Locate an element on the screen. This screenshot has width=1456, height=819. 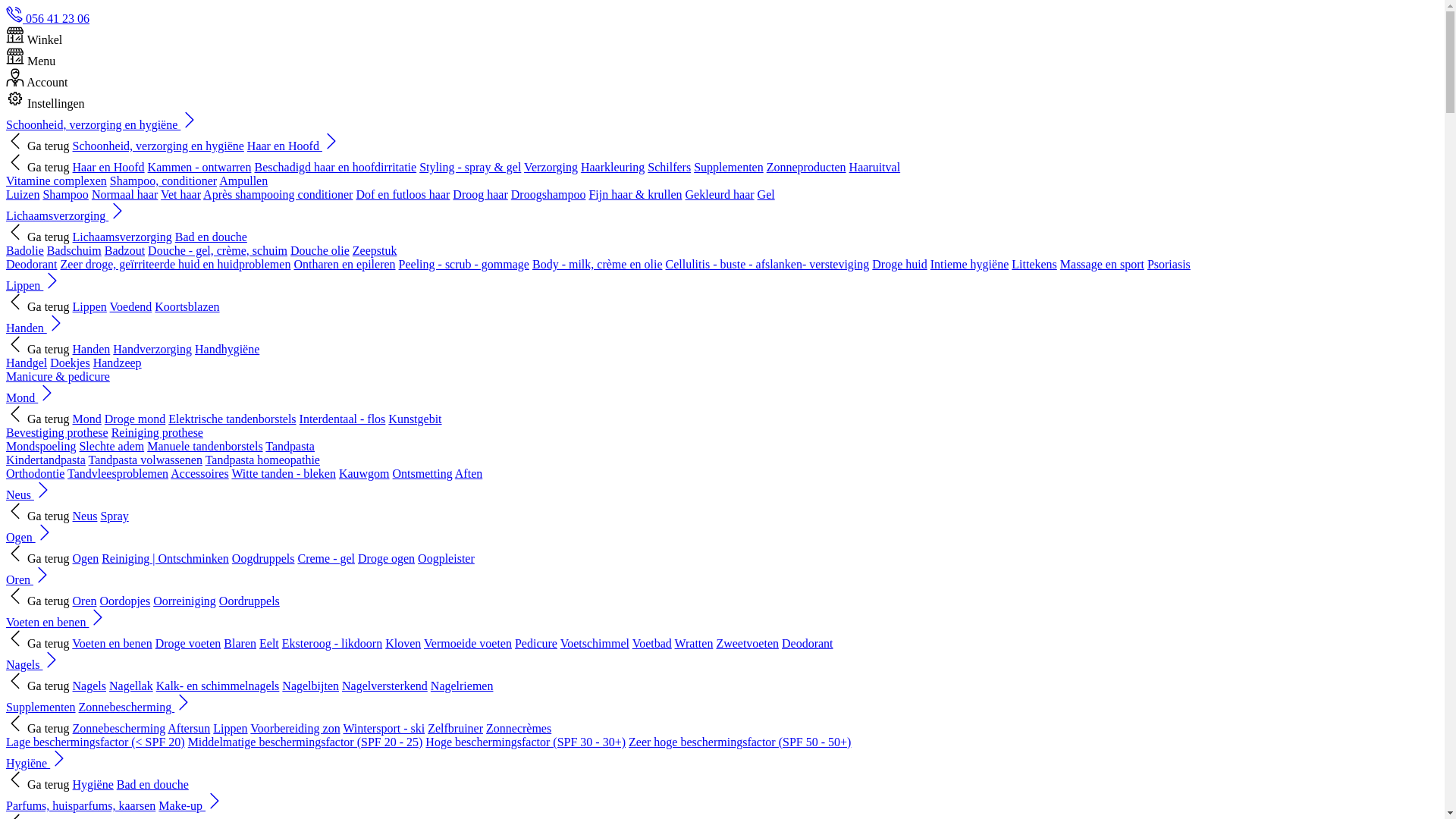
'Ogen' is located at coordinates (6, 536).